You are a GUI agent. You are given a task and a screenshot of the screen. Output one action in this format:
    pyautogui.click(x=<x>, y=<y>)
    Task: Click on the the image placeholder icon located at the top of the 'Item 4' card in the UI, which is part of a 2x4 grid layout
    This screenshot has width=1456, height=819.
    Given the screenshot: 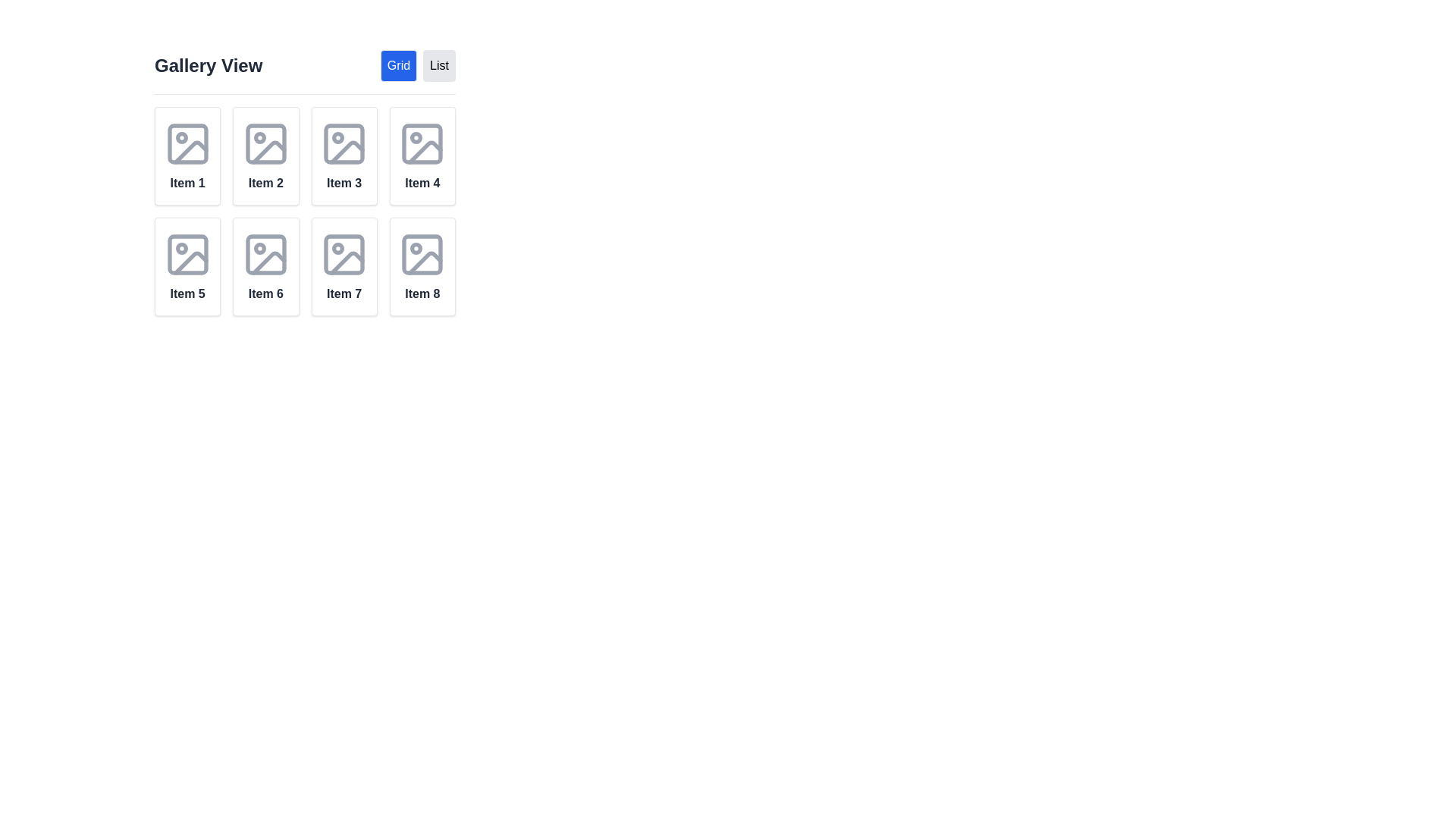 What is the action you would take?
    pyautogui.click(x=422, y=143)
    